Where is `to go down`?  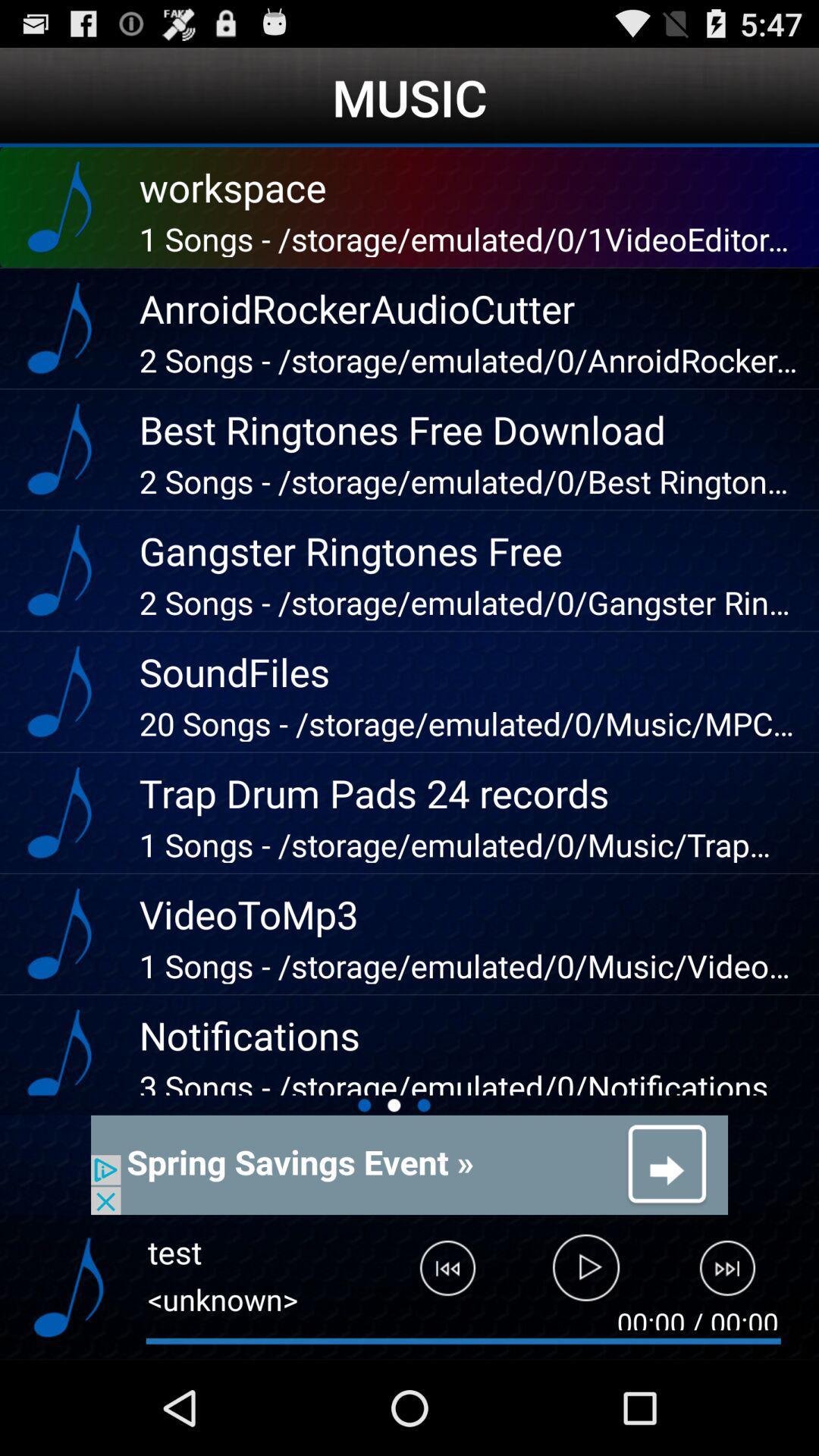 to go down is located at coordinates (68, 1287).